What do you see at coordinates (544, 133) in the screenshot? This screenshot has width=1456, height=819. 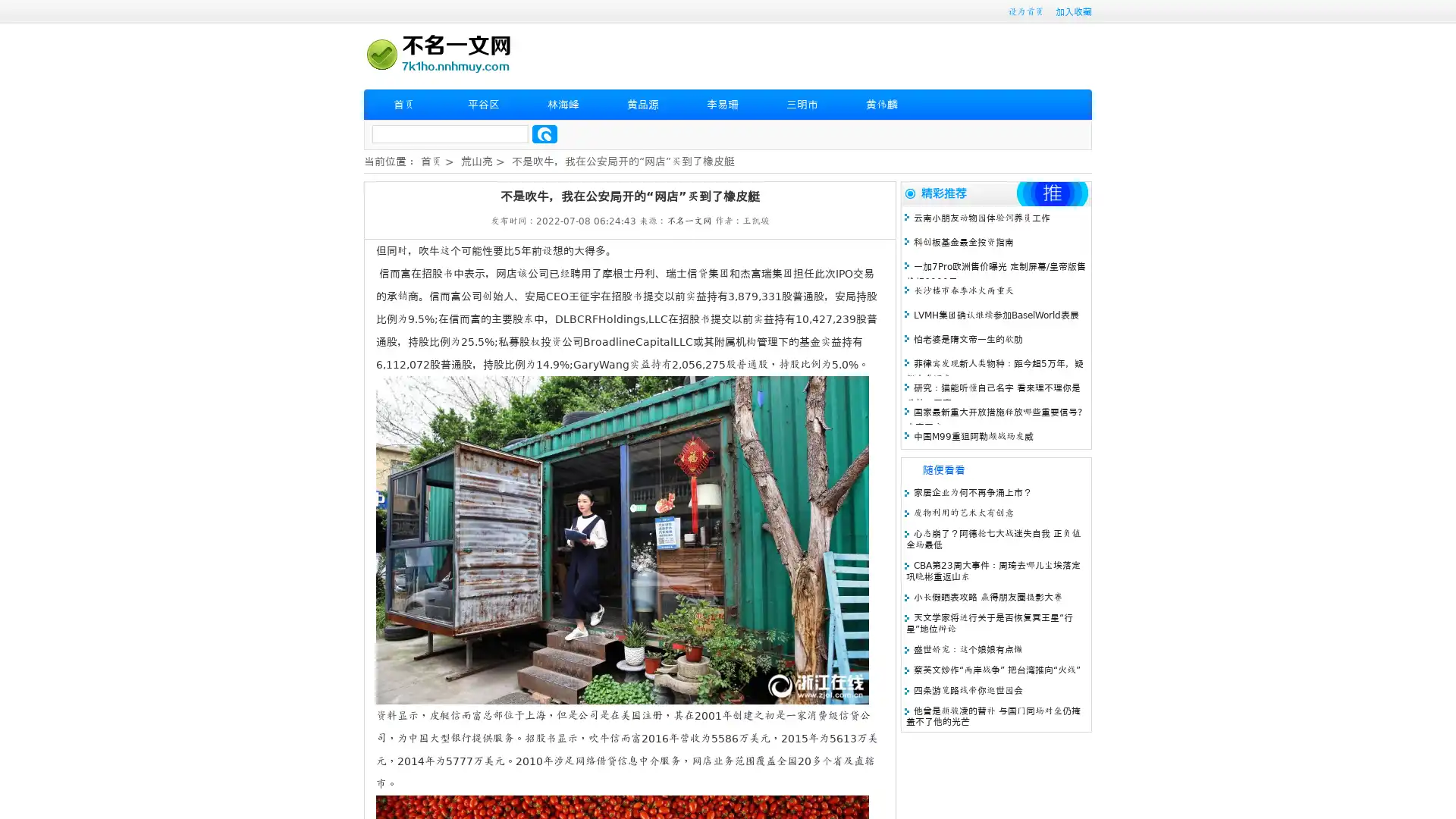 I see `Search` at bounding box center [544, 133].